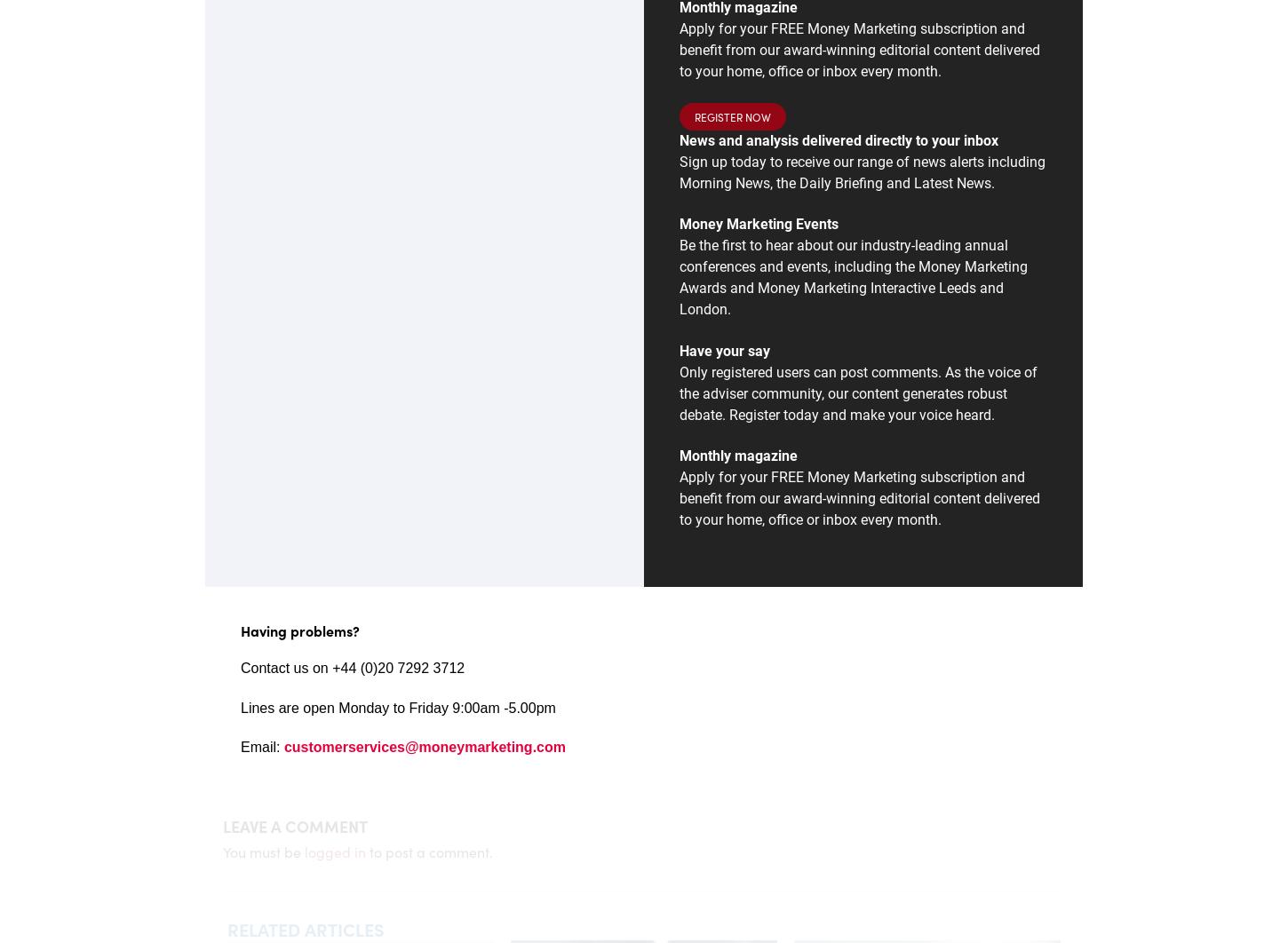 The image size is (1288, 943). What do you see at coordinates (680, 224) in the screenshot?
I see `'Money Marketing Events'` at bounding box center [680, 224].